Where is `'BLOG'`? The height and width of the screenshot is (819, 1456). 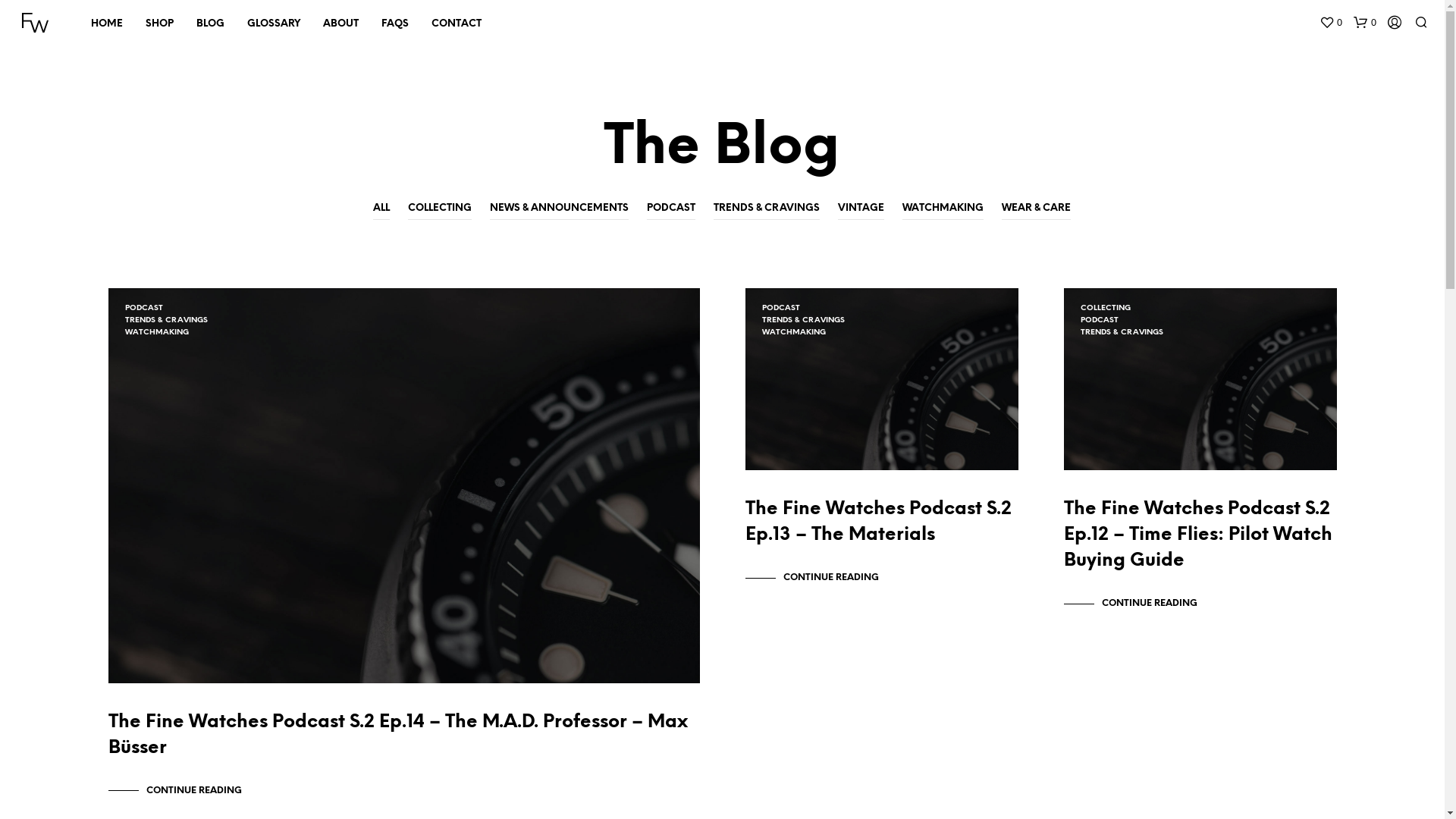
'BLOG' is located at coordinates (209, 24).